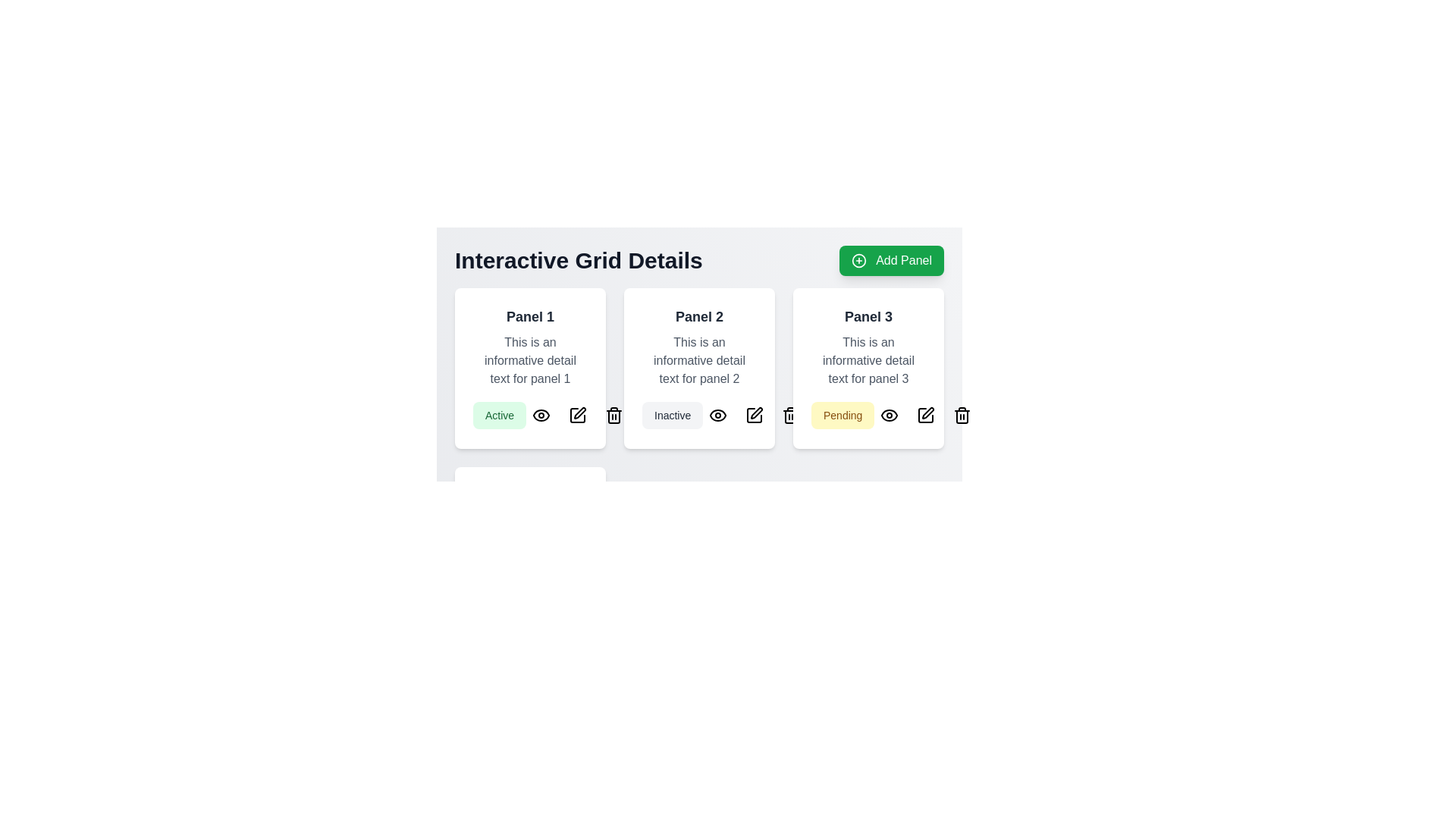 The image size is (1456, 819). I want to click on the button located at the top-right corner of the panel grouping interface, adjacent to the title text 'Interactive Grid Details', so click(892, 259).